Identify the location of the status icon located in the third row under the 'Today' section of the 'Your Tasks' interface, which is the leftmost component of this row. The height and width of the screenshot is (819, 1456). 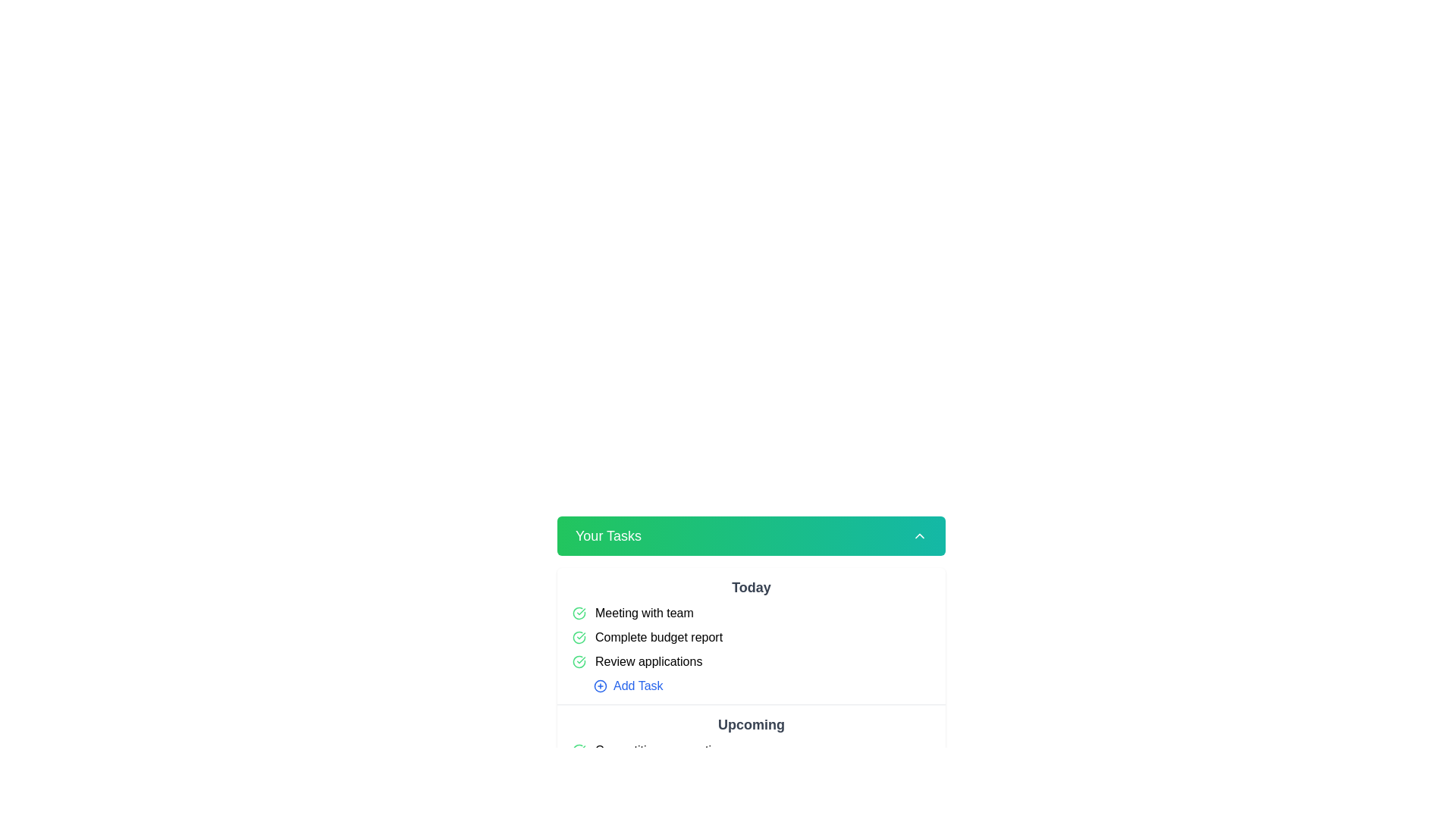
(578, 661).